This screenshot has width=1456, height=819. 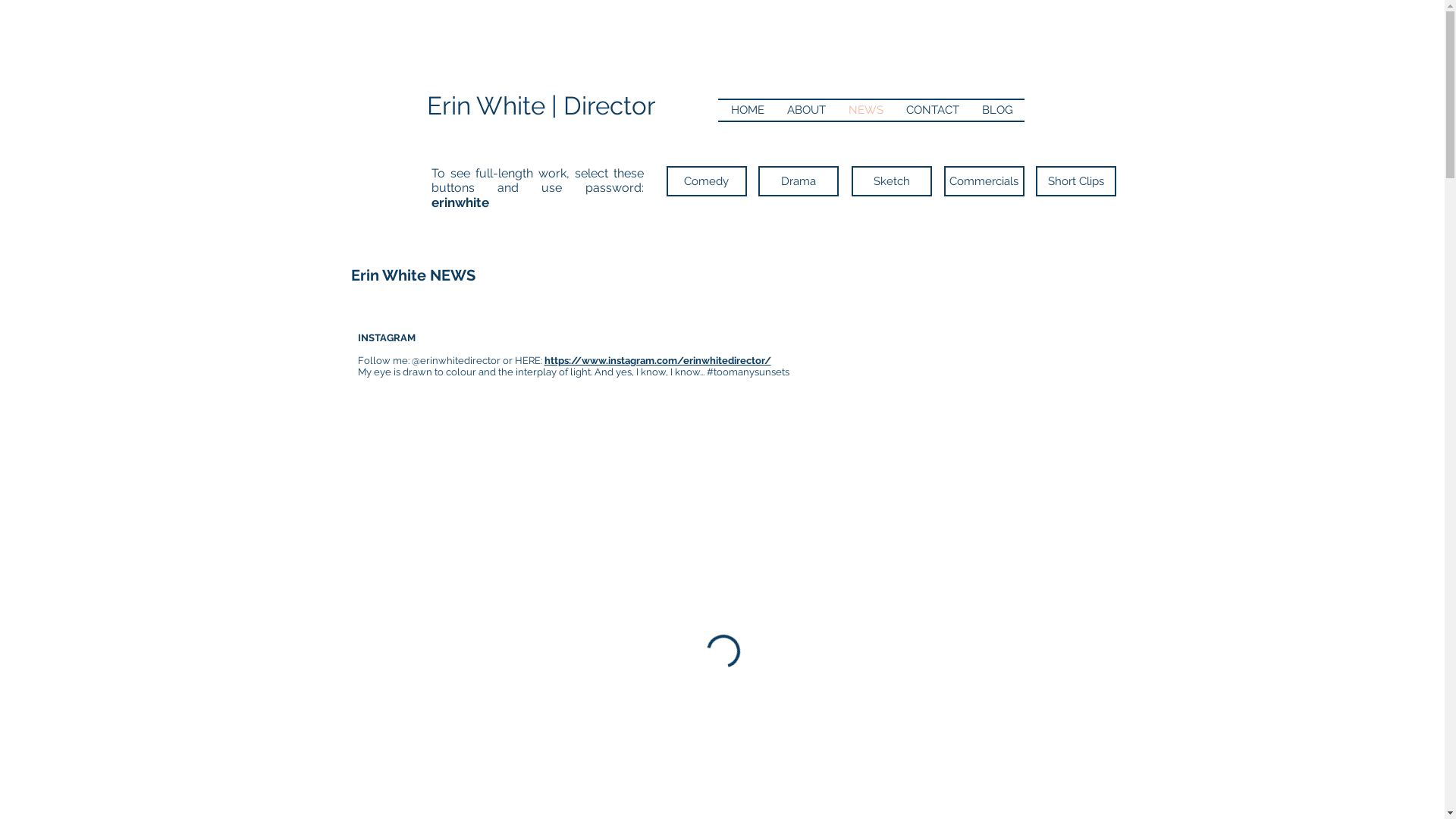 What do you see at coordinates (983, 180) in the screenshot?
I see `'Commercials'` at bounding box center [983, 180].